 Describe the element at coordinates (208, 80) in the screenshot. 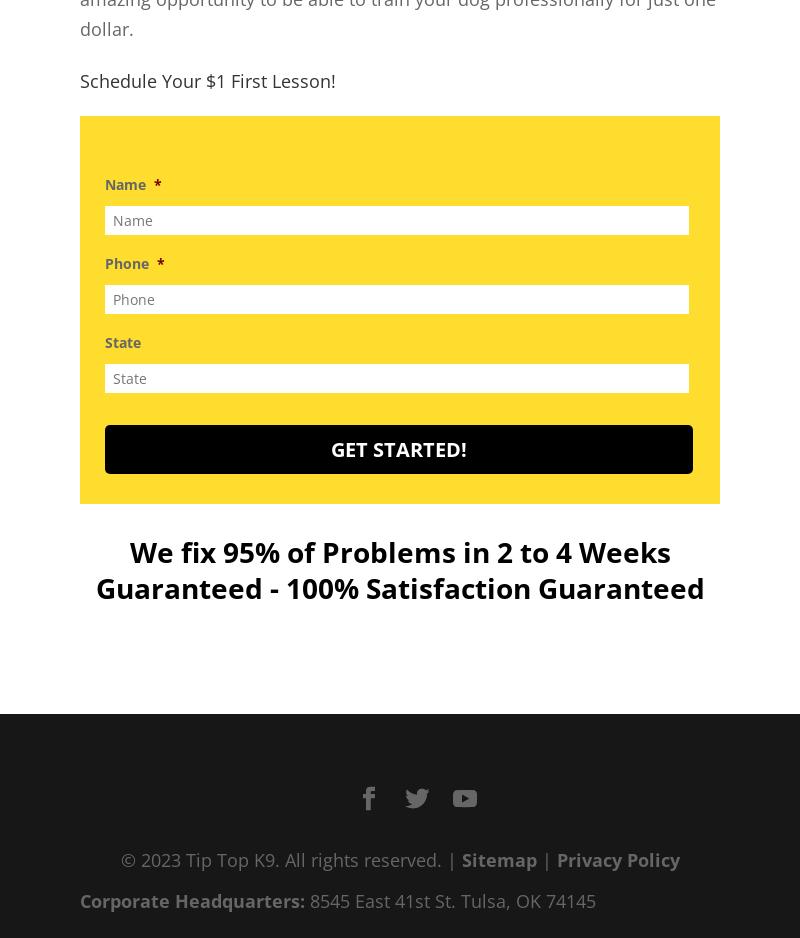

I see `'Schedule Your $1 First Lesson!'` at that location.